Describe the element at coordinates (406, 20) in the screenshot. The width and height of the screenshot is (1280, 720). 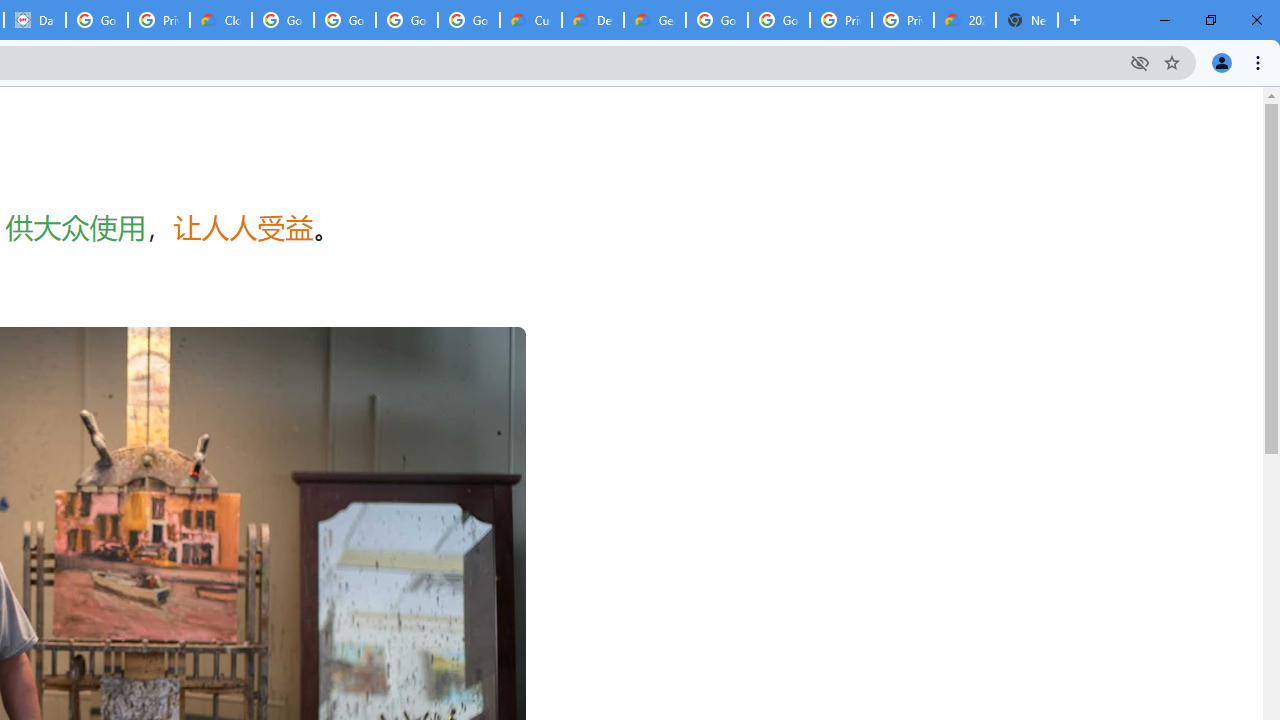
I see `'Google Workspace - Specific Terms'` at that location.